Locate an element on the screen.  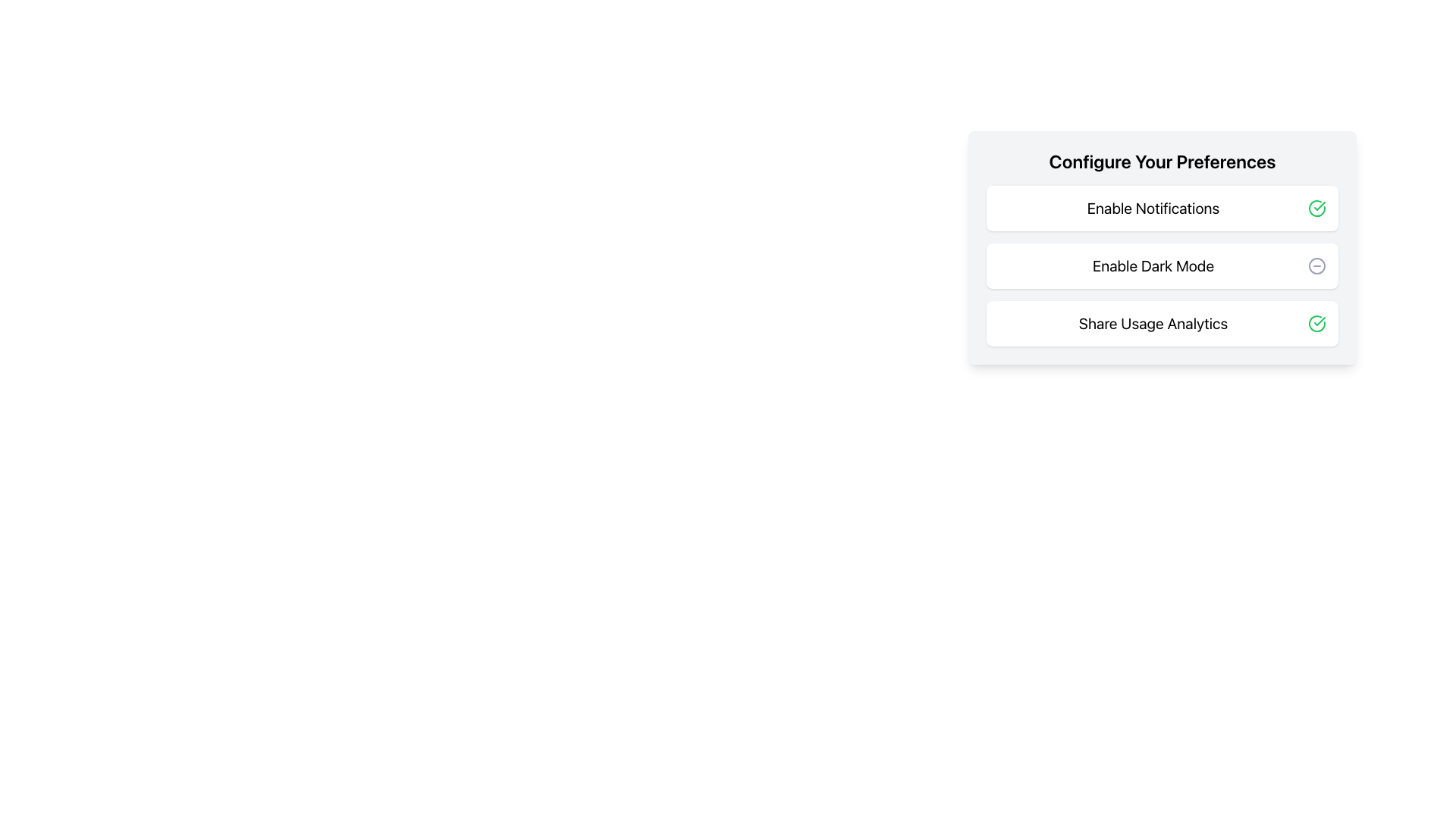
the circular gray outlined icon with a horizontal minus sign in the center, located to the right of the 'Enable Dark Mode' option is located at coordinates (1316, 265).